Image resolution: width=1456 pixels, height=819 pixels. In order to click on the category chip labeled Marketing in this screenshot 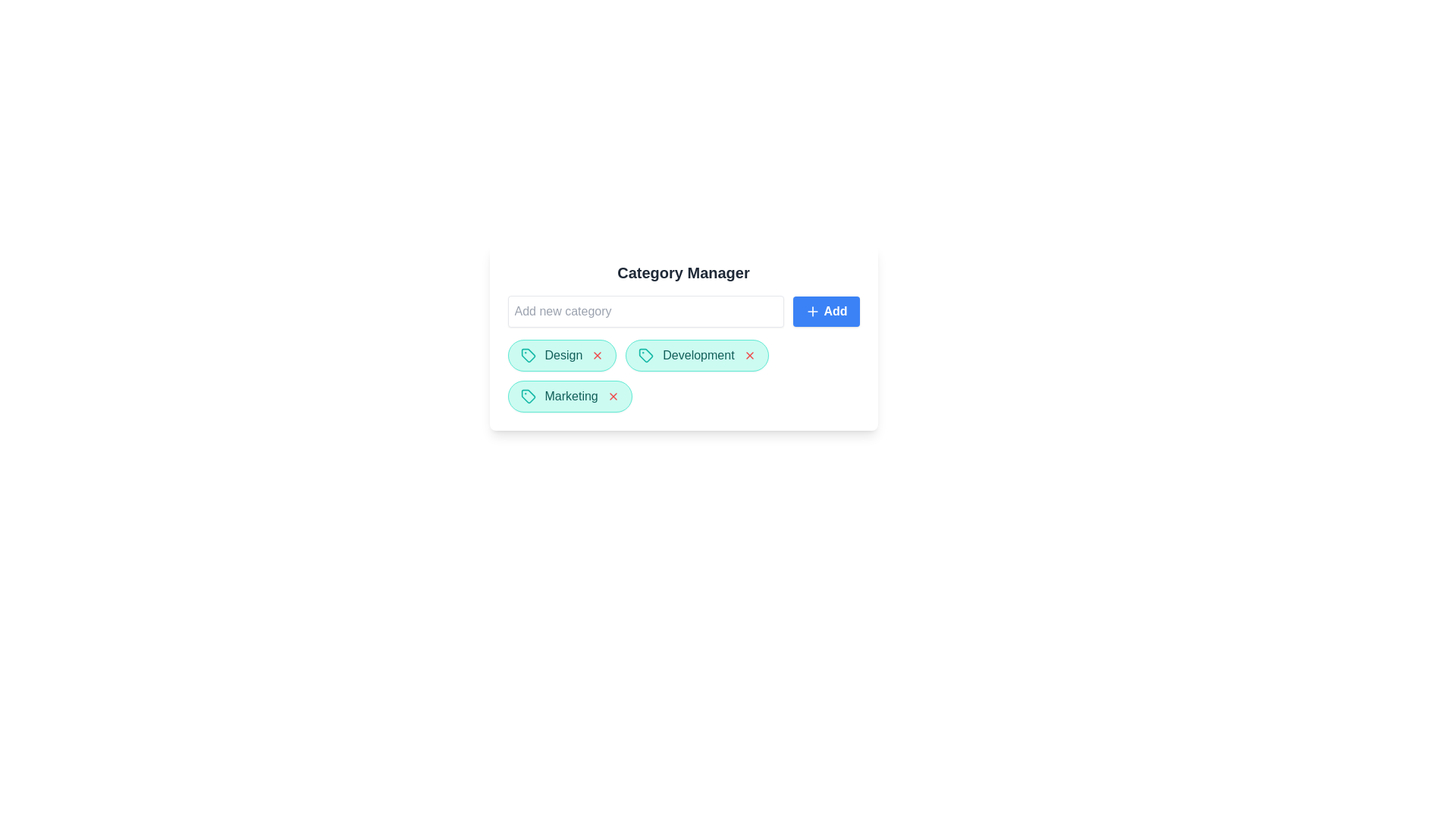, I will do `click(569, 396)`.